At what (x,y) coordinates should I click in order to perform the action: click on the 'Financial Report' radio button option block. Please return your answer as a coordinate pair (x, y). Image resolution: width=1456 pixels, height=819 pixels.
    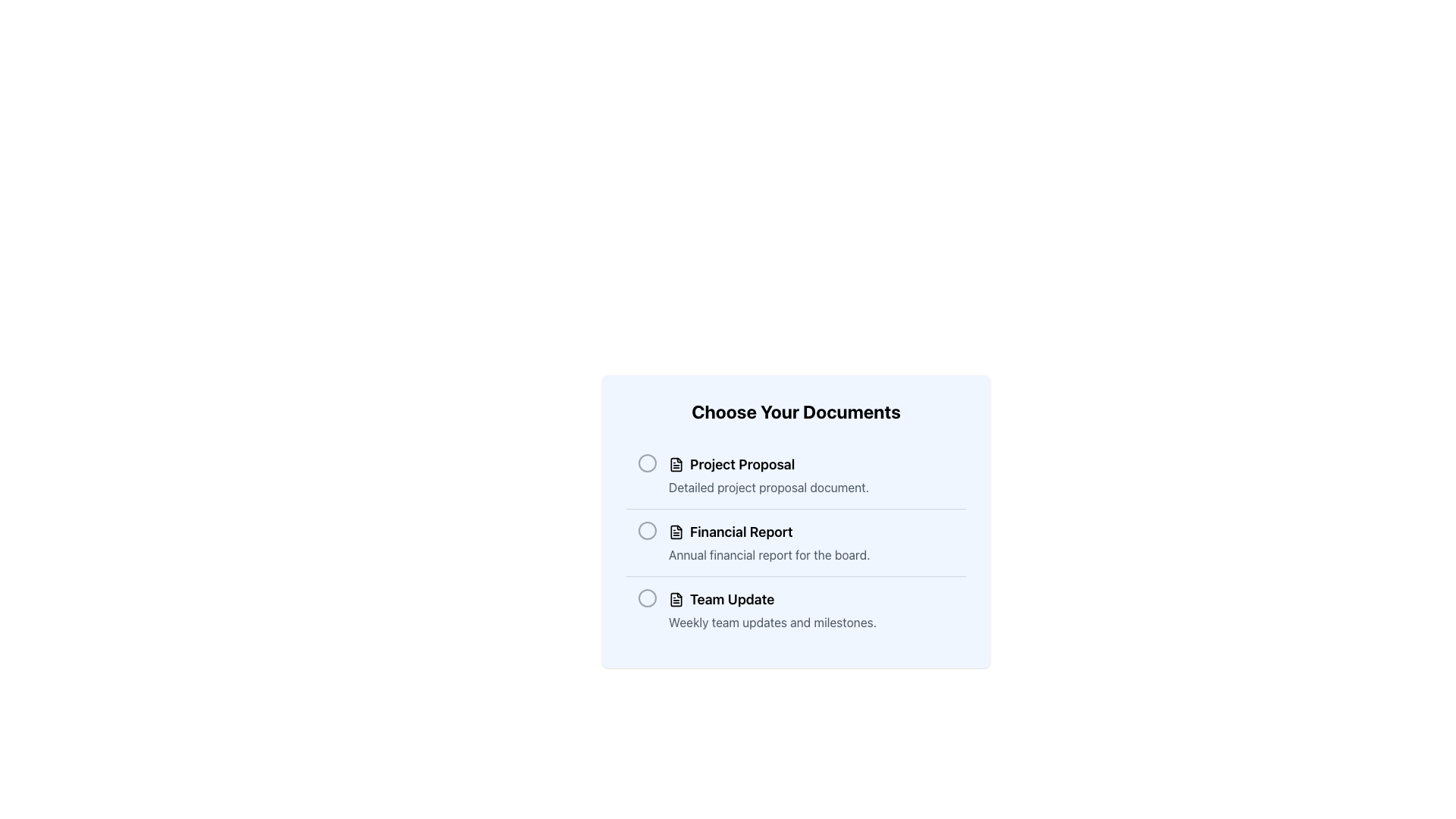
    Looking at the image, I should click on (795, 541).